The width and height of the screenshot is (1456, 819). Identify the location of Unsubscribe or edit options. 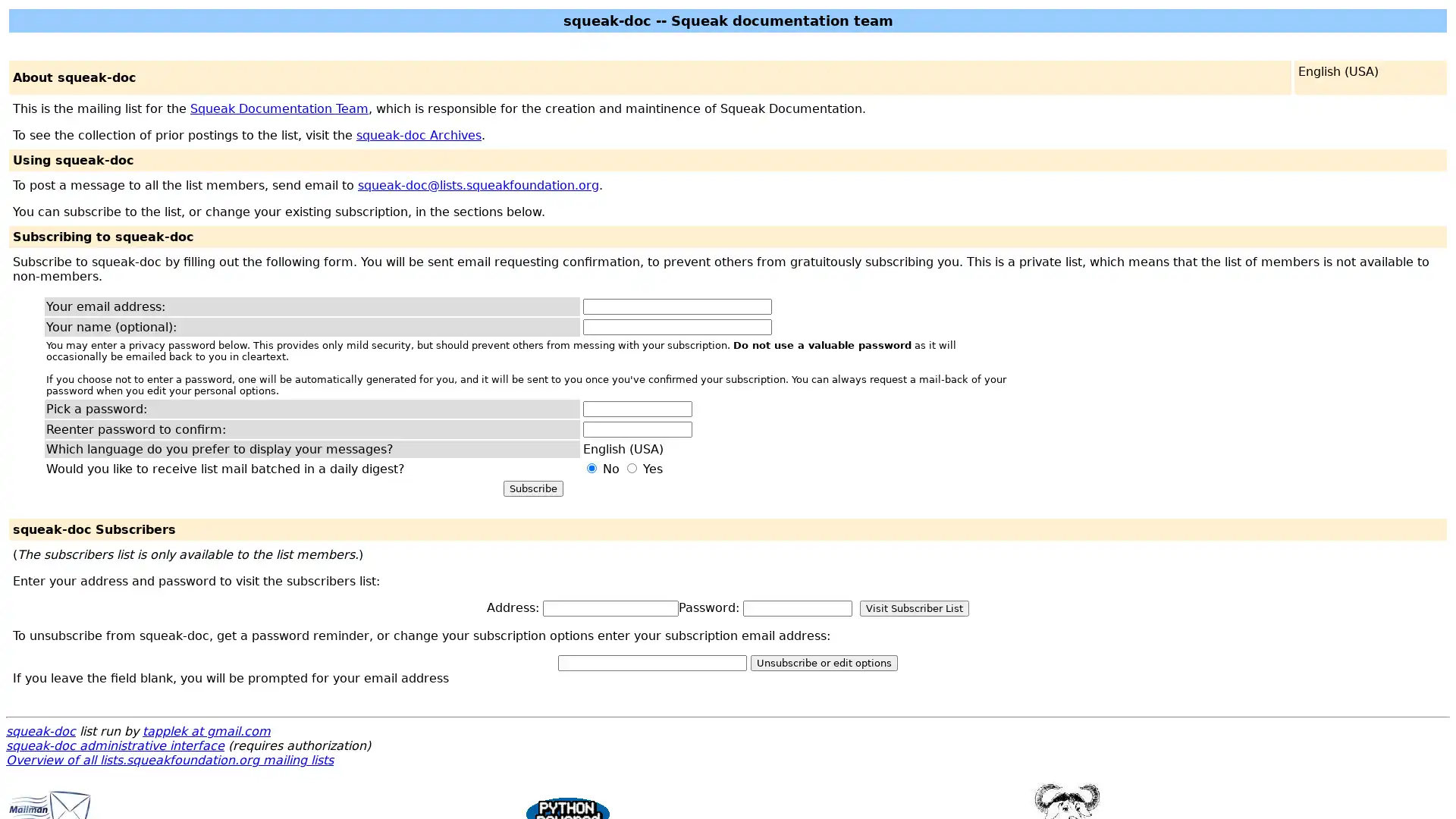
(823, 662).